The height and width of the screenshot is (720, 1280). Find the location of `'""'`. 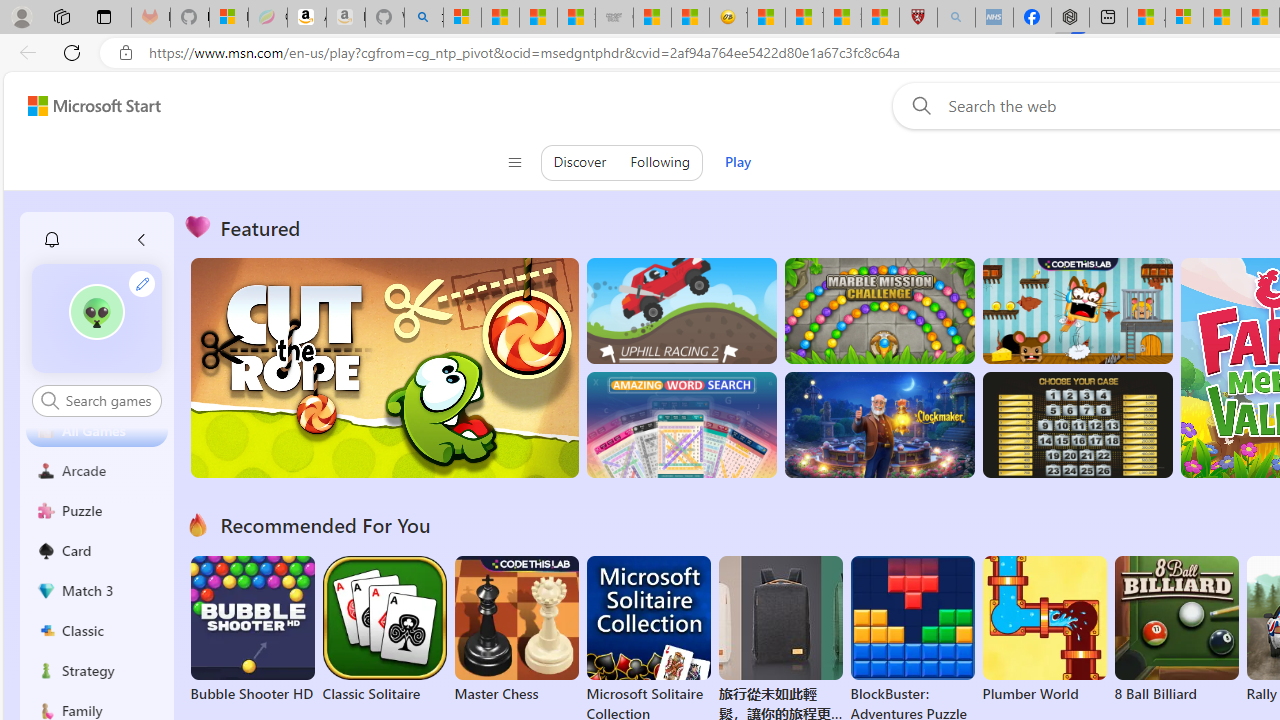

'""' is located at coordinates (95, 312).